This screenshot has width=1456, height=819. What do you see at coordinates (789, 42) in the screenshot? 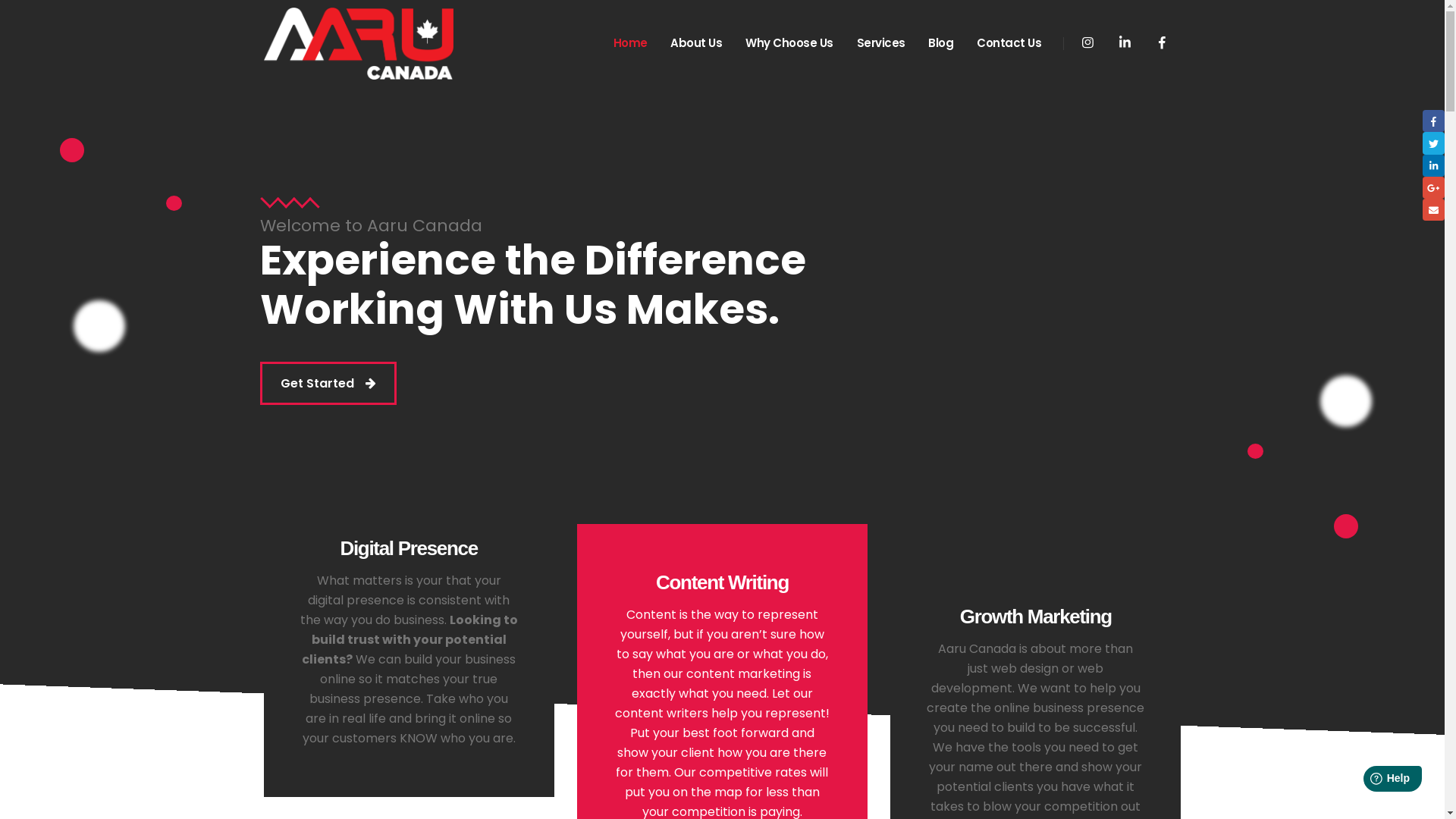
I see `'Why Choose Us'` at bounding box center [789, 42].